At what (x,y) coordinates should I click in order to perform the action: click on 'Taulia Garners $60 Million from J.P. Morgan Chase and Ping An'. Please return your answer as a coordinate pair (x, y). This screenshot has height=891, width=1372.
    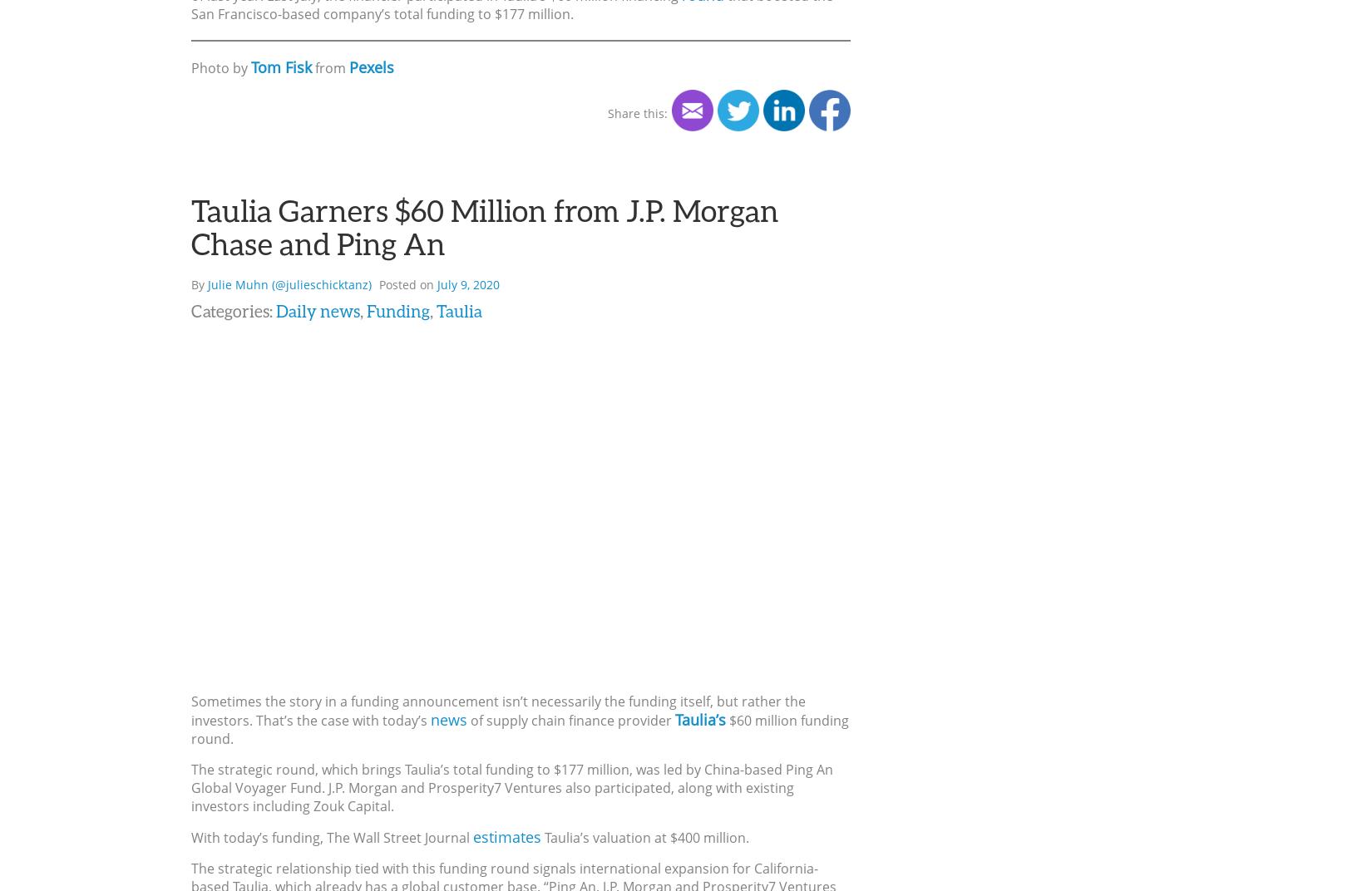
    Looking at the image, I should click on (484, 224).